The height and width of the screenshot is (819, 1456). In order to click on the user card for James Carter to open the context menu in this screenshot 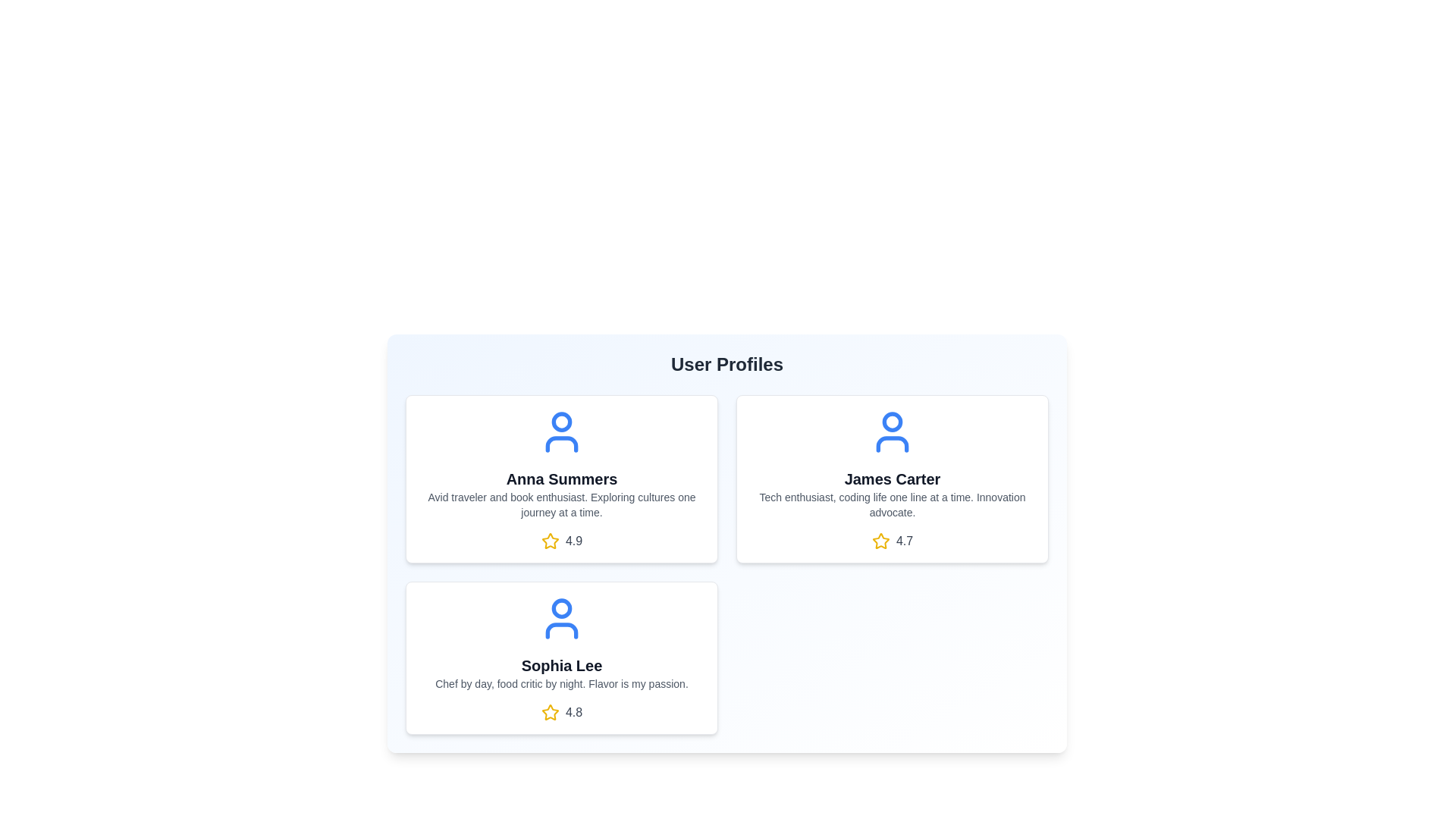, I will do `click(892, 479)`.